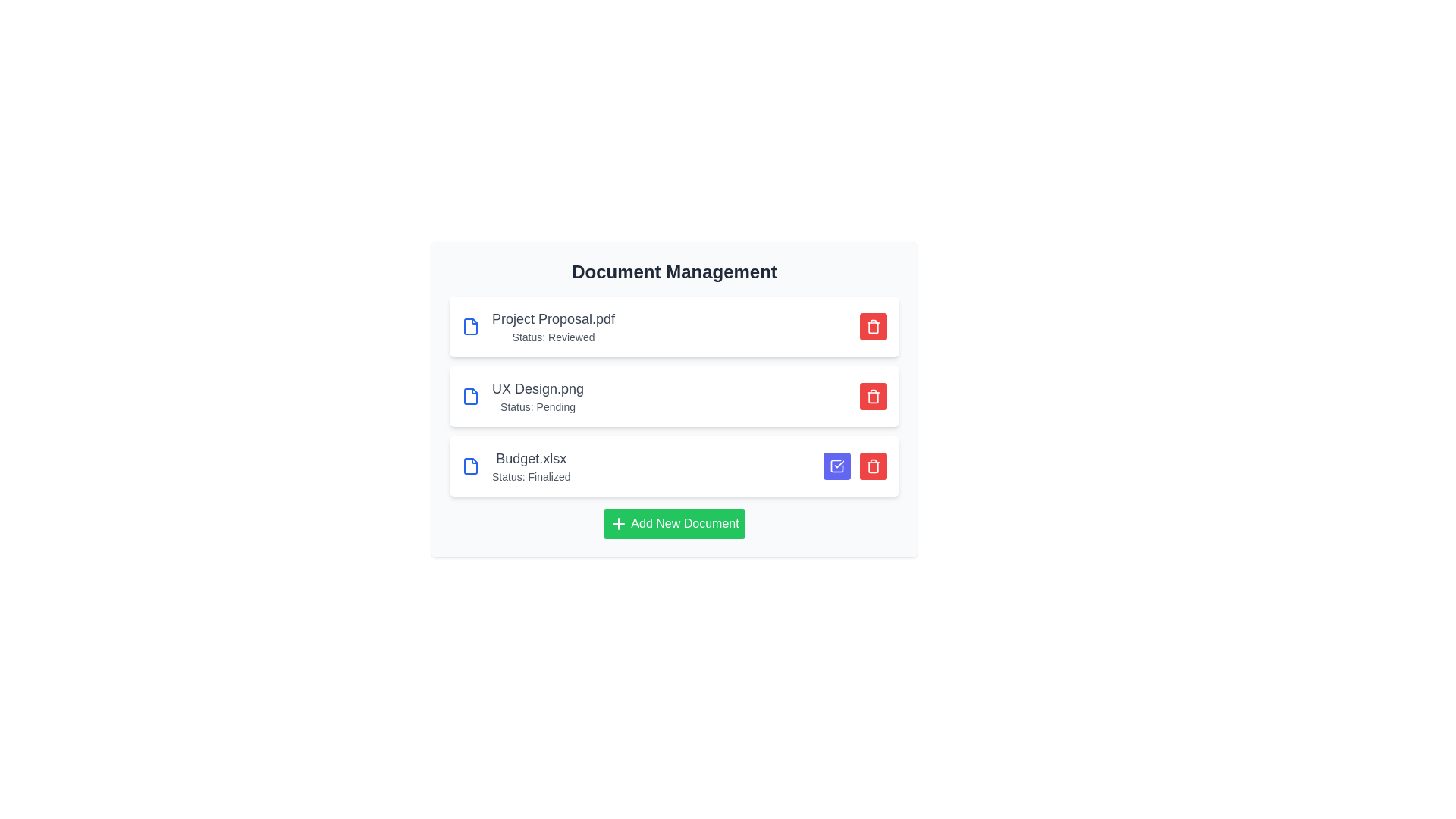  What do you see at coordinates (874, 396) in the screenshot?
I see `delete button for the document named UX Design.png` at bounding box center [874, 396].